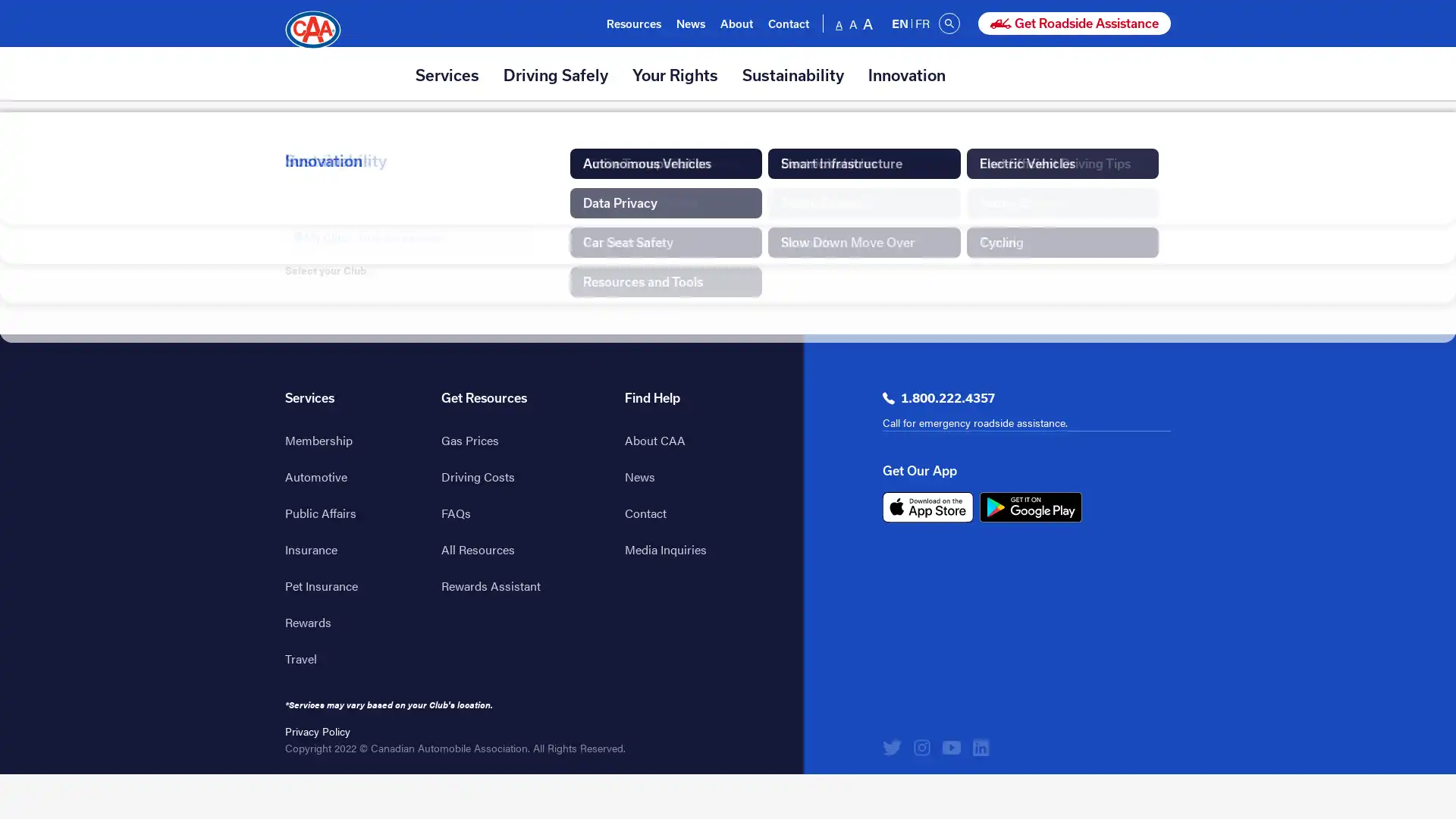 Image resolution: width=1456 pixels, height=819 pixels. I want to click on A, so click(868, 23).